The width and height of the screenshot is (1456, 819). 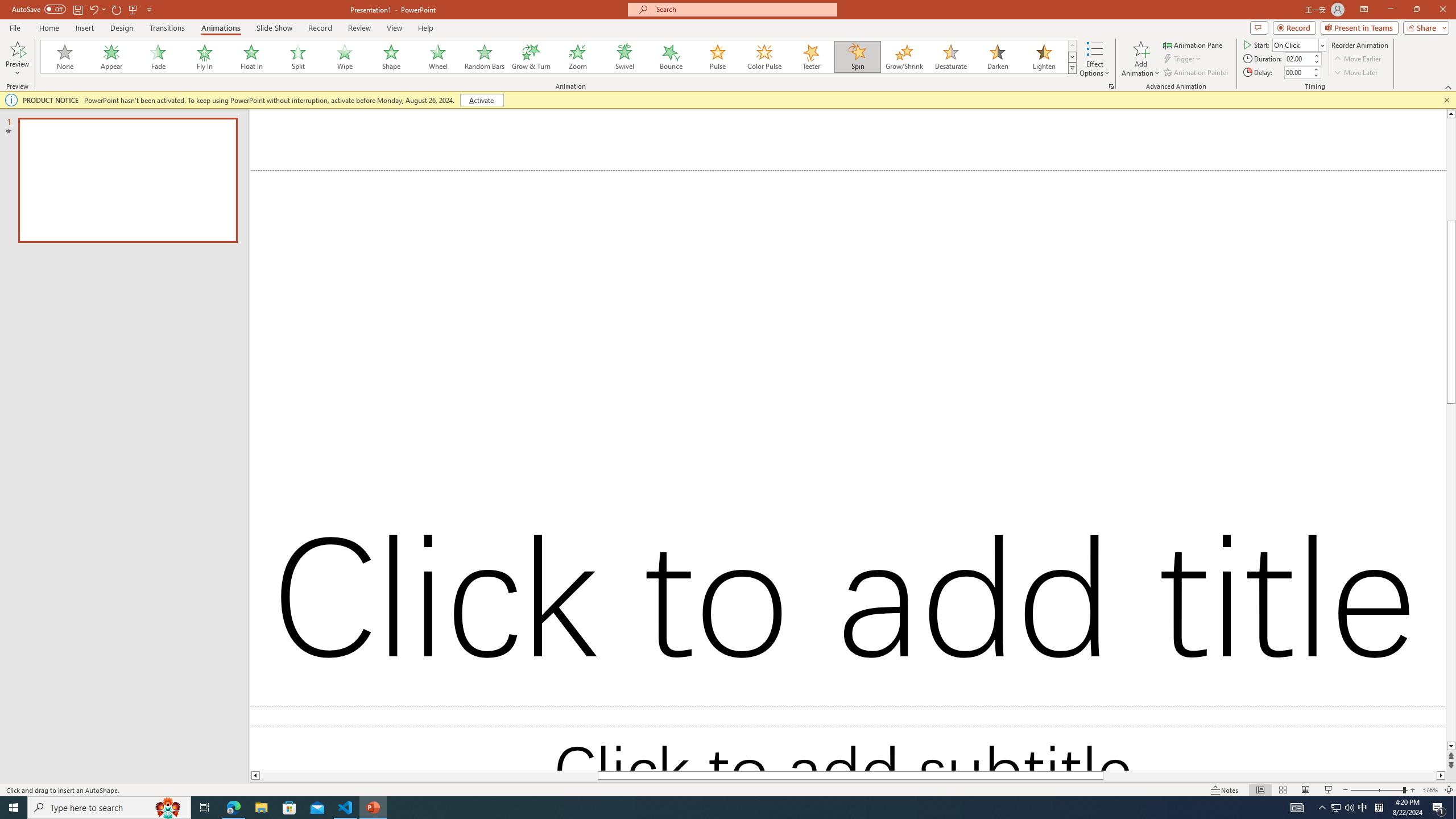 What do you see at coordinates (1182, 59) in the screenshot?
I see `'Trigger'` at bounding box center [1182, 59].